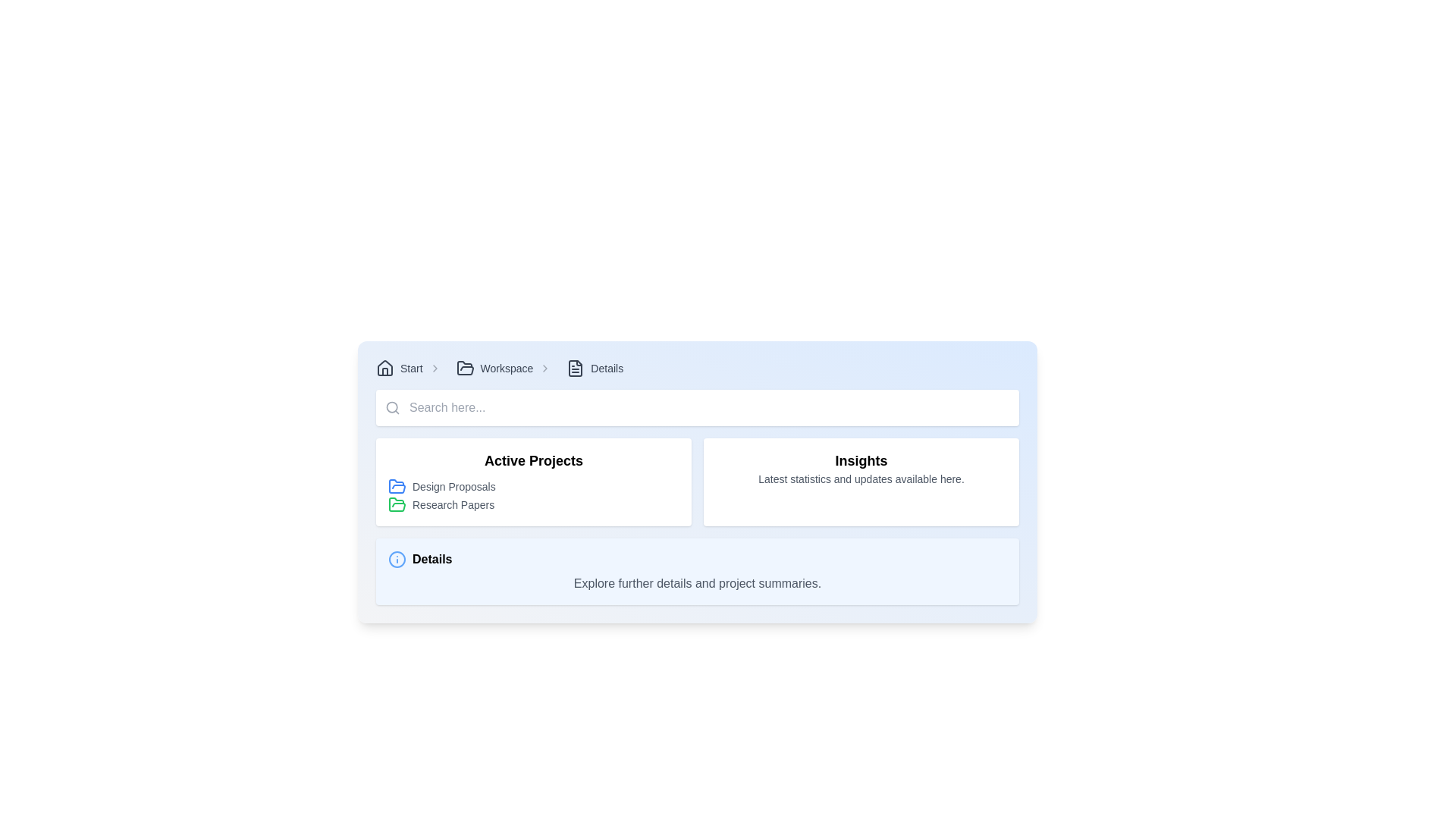  I want to click on the file/document icon in the breadcrumb navigation, located between the 'Workspace' folder icon and the 'Details' label, so click(575, 369).